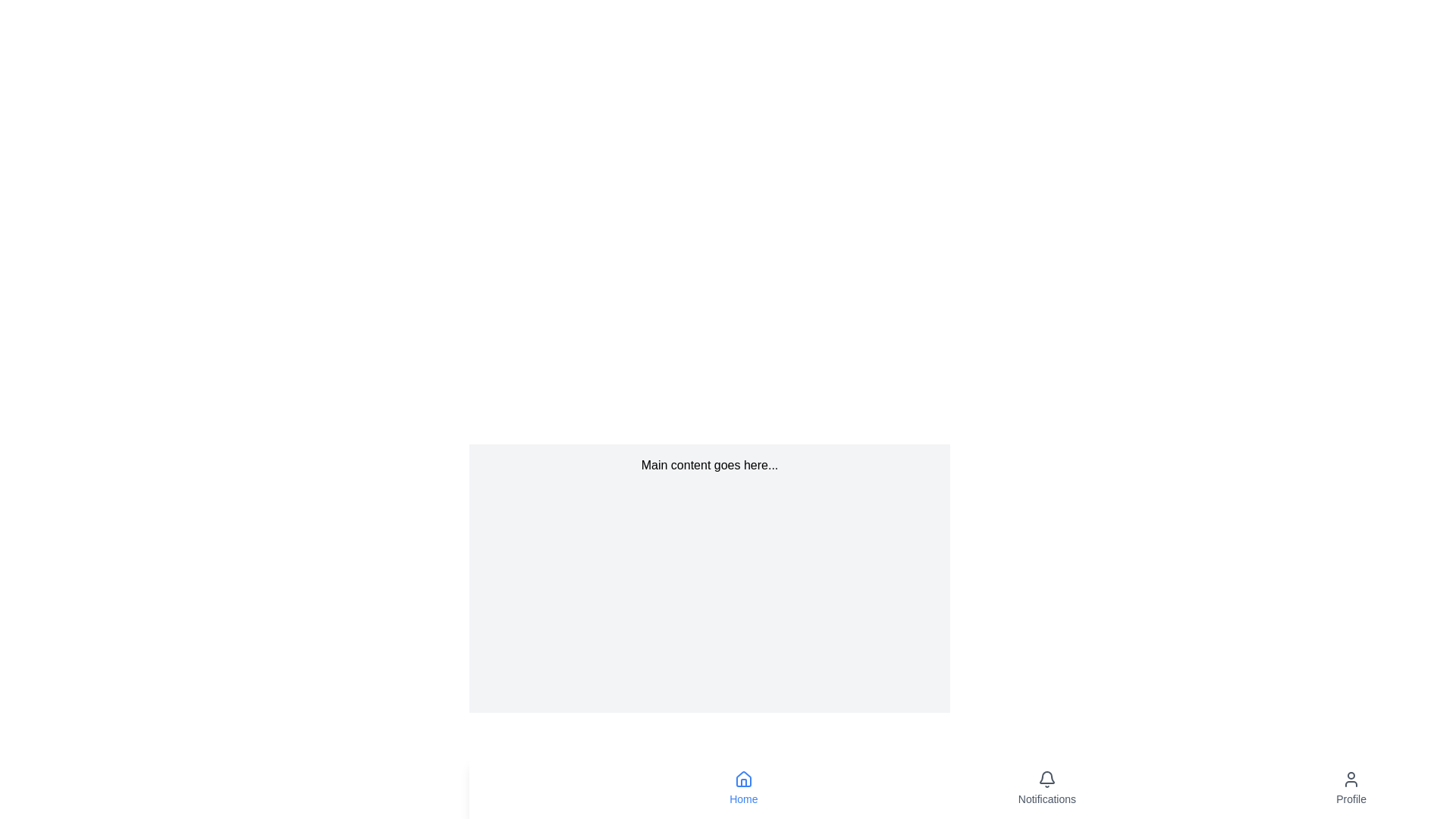  I want to click on the Notifications icon, so click(1046, 780).